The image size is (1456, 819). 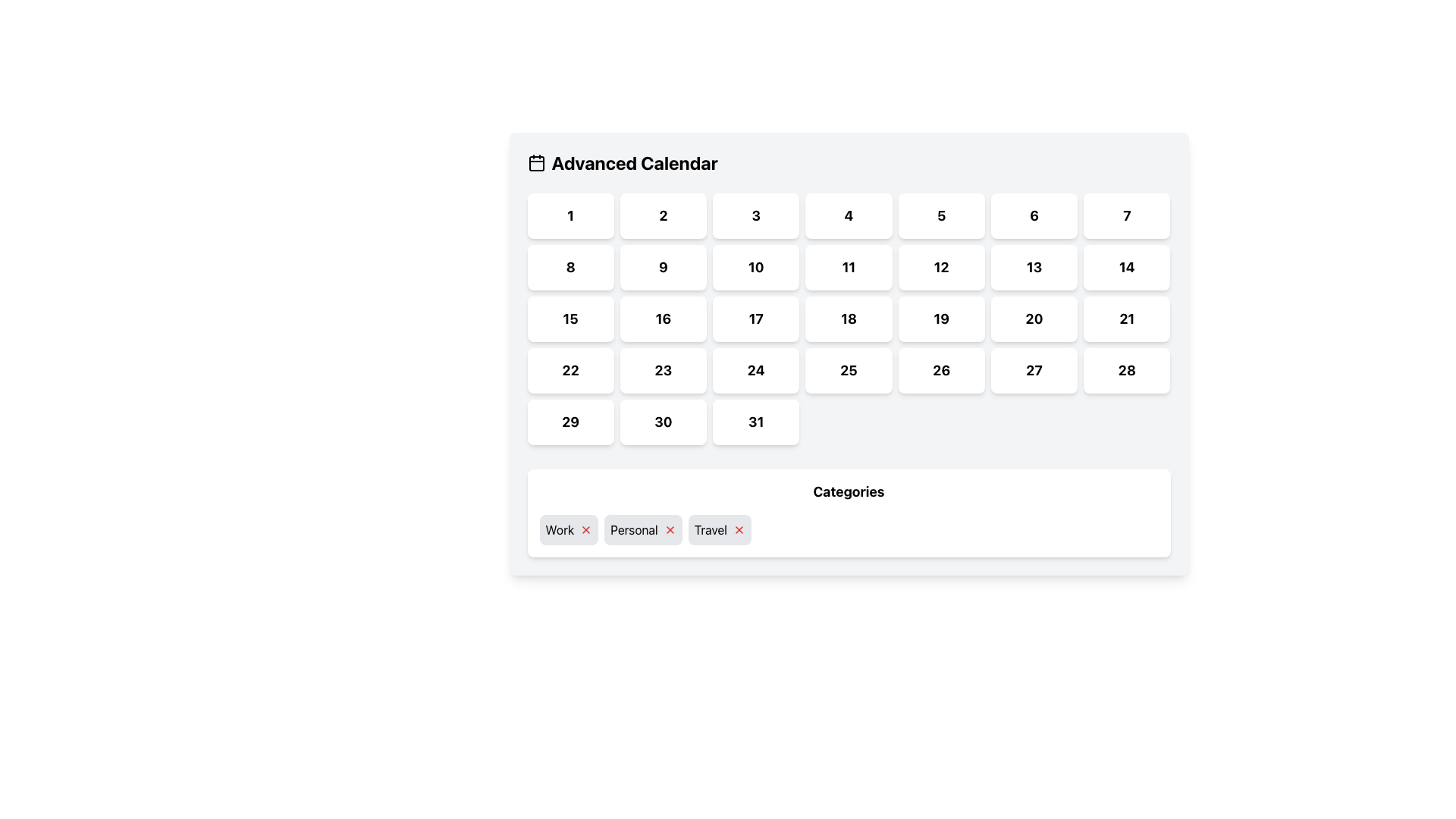 I want to click on the button displaying the number '18' in bold typography, which is located in the third row and fourth column of the grid layout, so click(x=848, y=318).